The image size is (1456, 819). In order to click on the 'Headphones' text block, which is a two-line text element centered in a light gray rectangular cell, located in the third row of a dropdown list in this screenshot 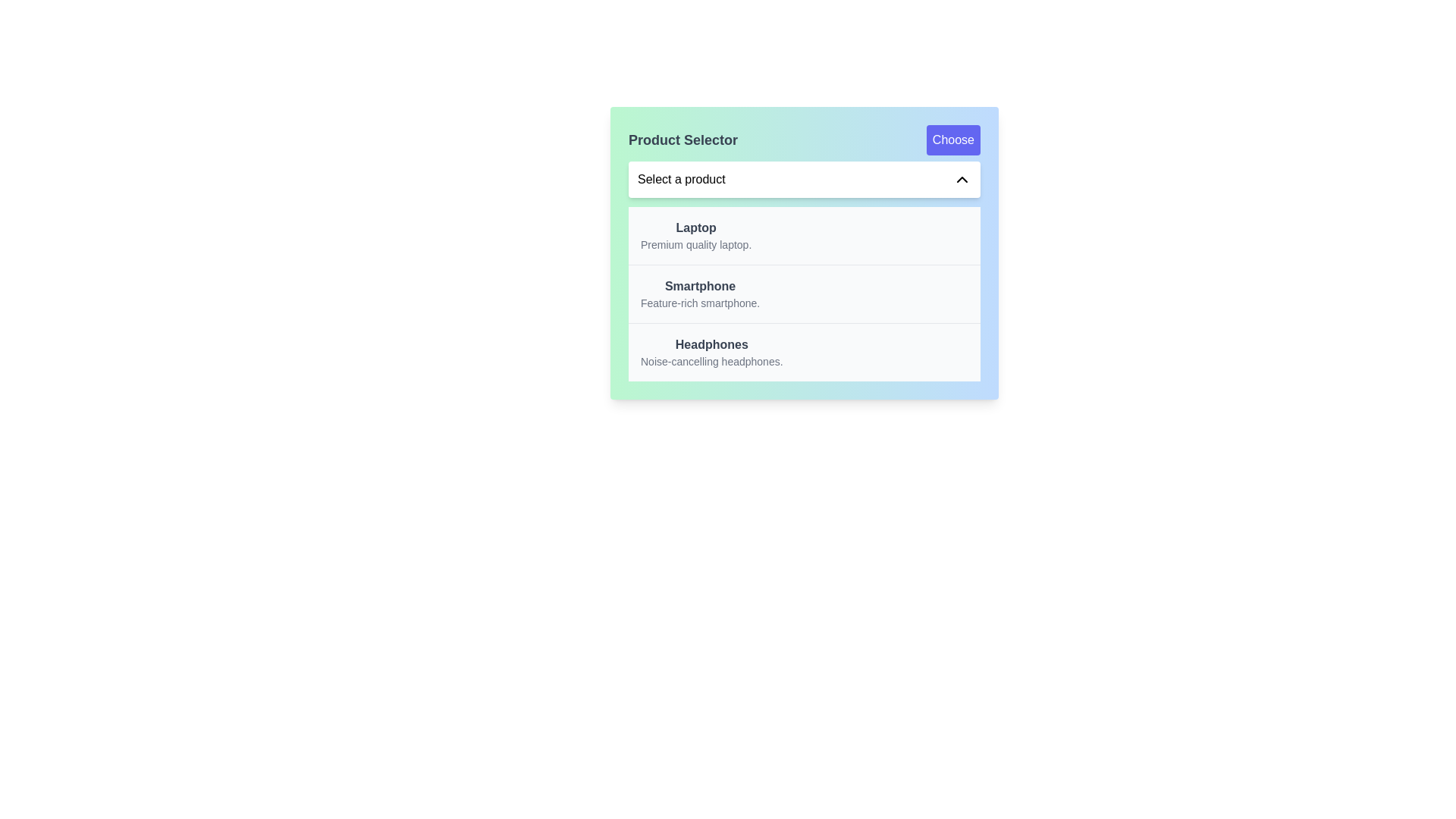, I will do `click(711, 353)`.